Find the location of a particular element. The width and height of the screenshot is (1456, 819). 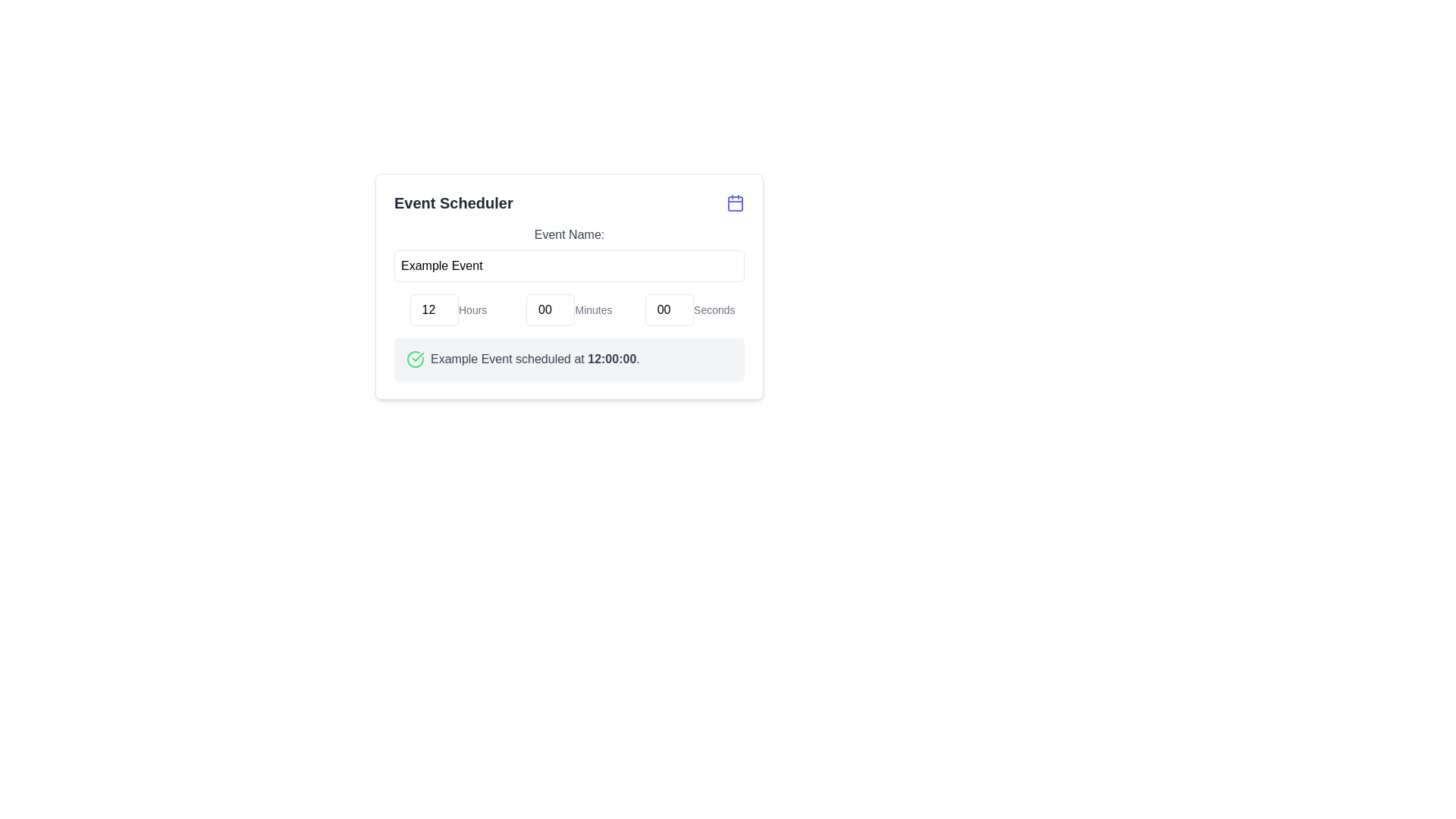

the text label that indicates the seconds part of a time entry in the Event Scheduler interface, positioned to the right of the numeric input box for seconds is located at coordinates (714, 309).